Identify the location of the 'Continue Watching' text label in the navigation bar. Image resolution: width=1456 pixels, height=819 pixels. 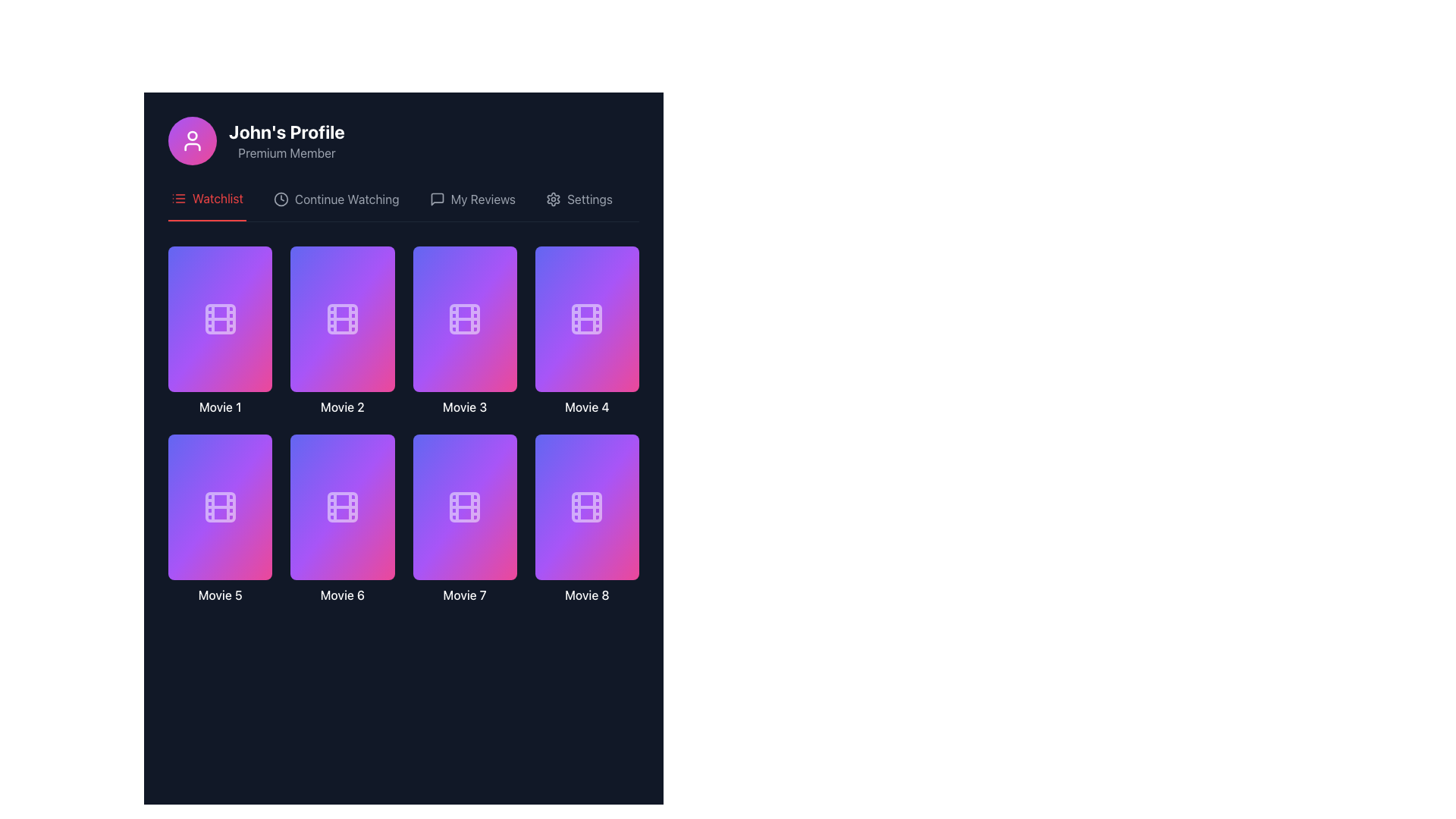
(346, 198).